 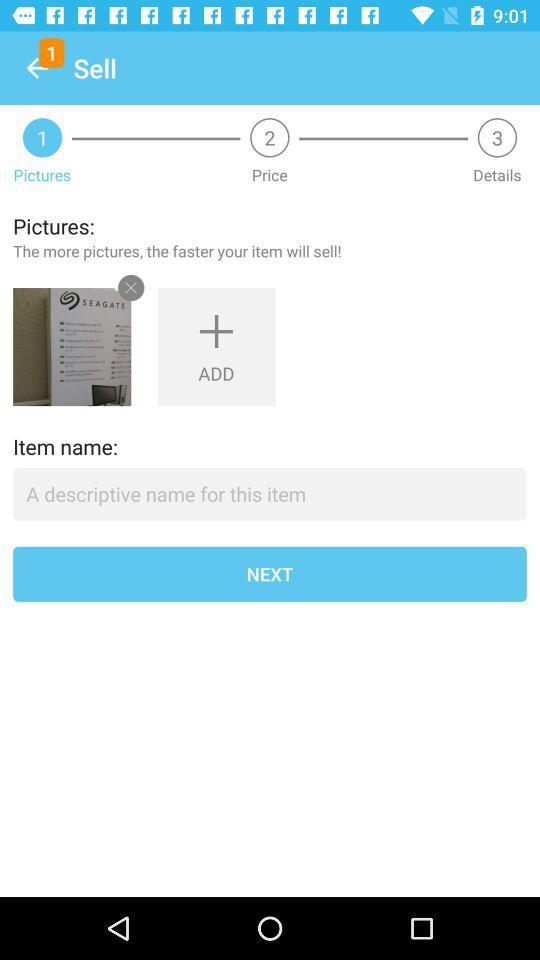 What do you see at coordinates (270, 493) in the screenshot?
I see `the icon below item name: item` at bounding box center [270, 493].